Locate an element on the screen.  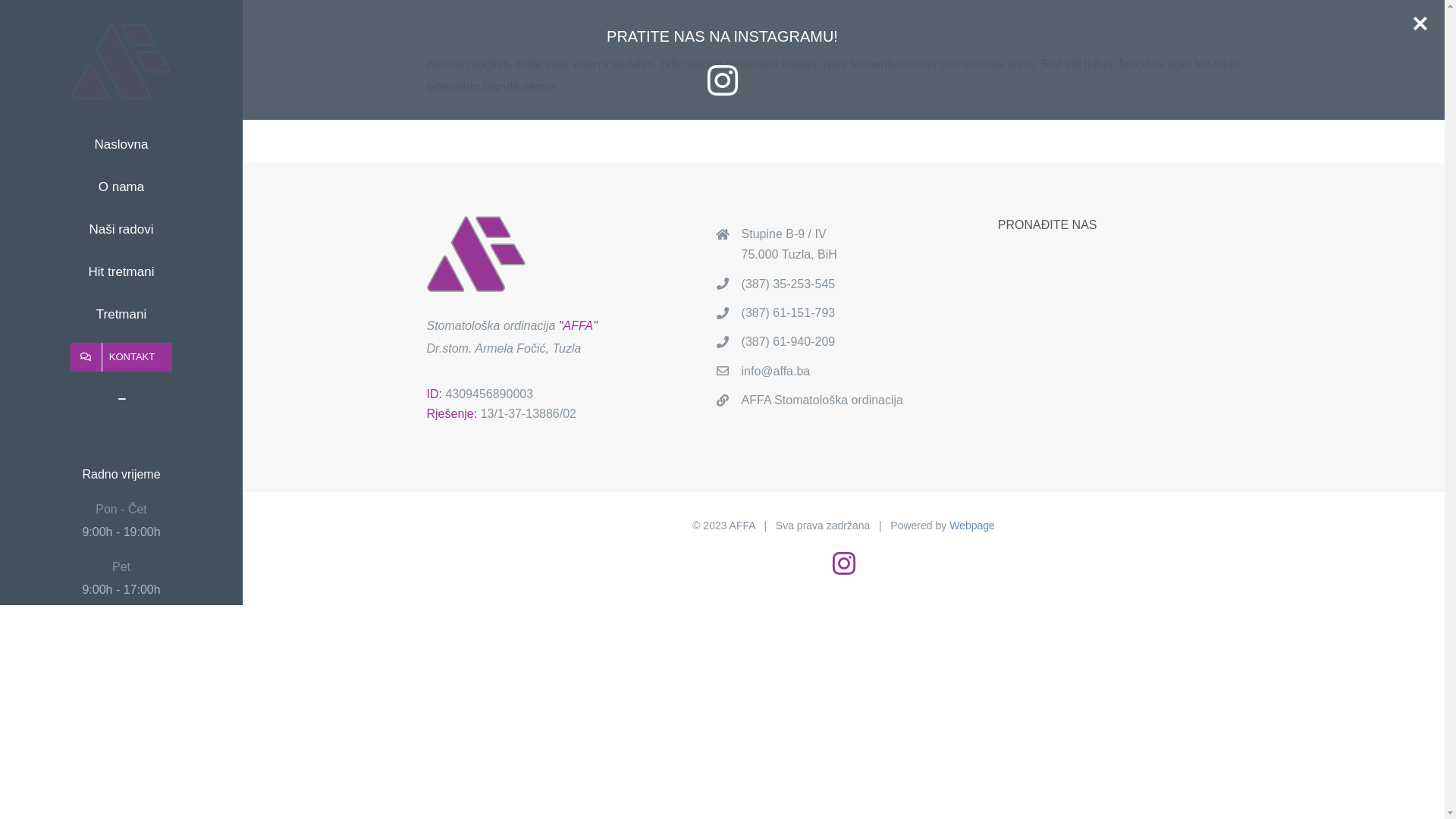
'Instagram' is located at coordinates (843, 563).